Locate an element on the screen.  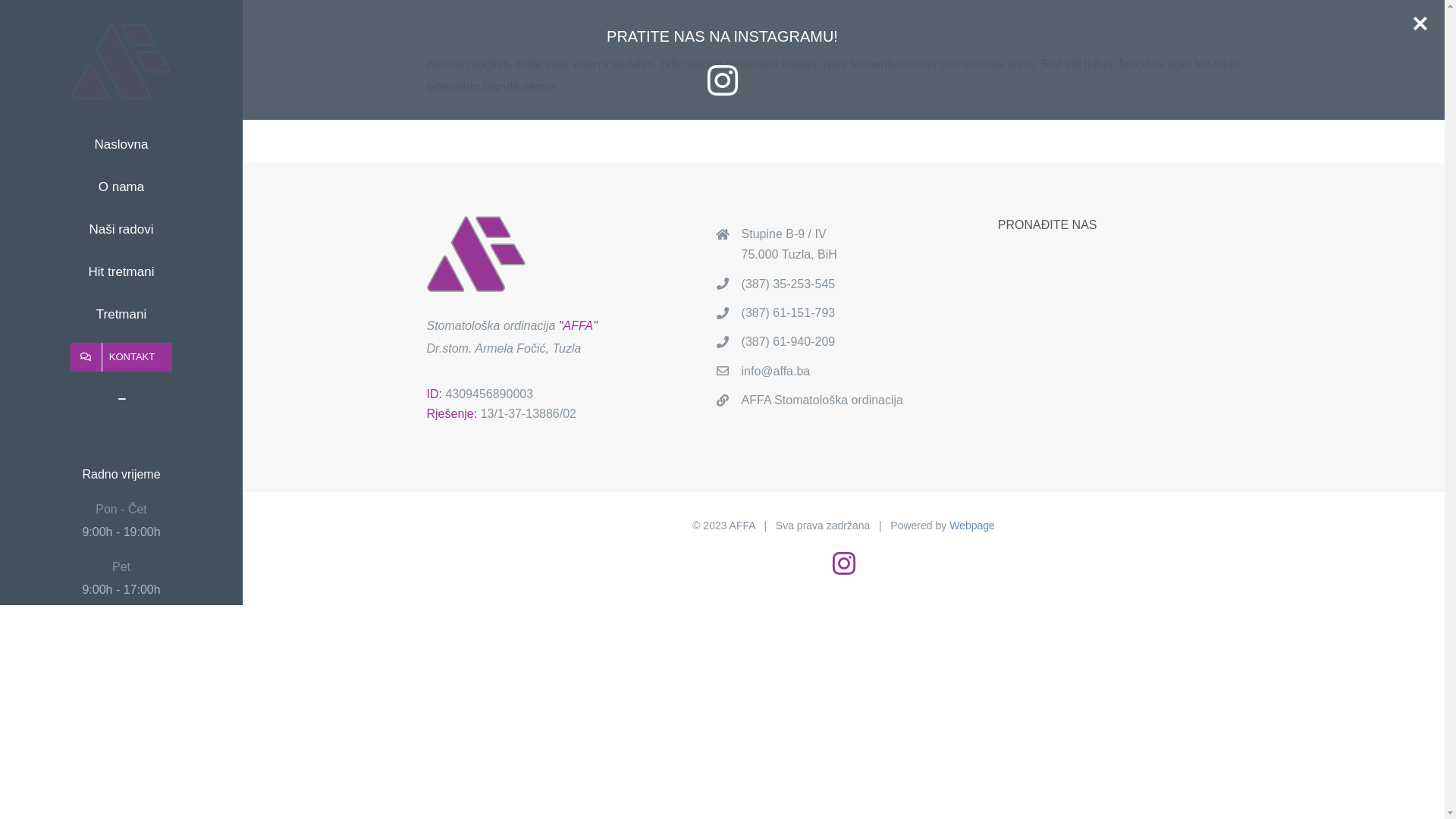
'Instagram' is located at coordinates (843, 563).